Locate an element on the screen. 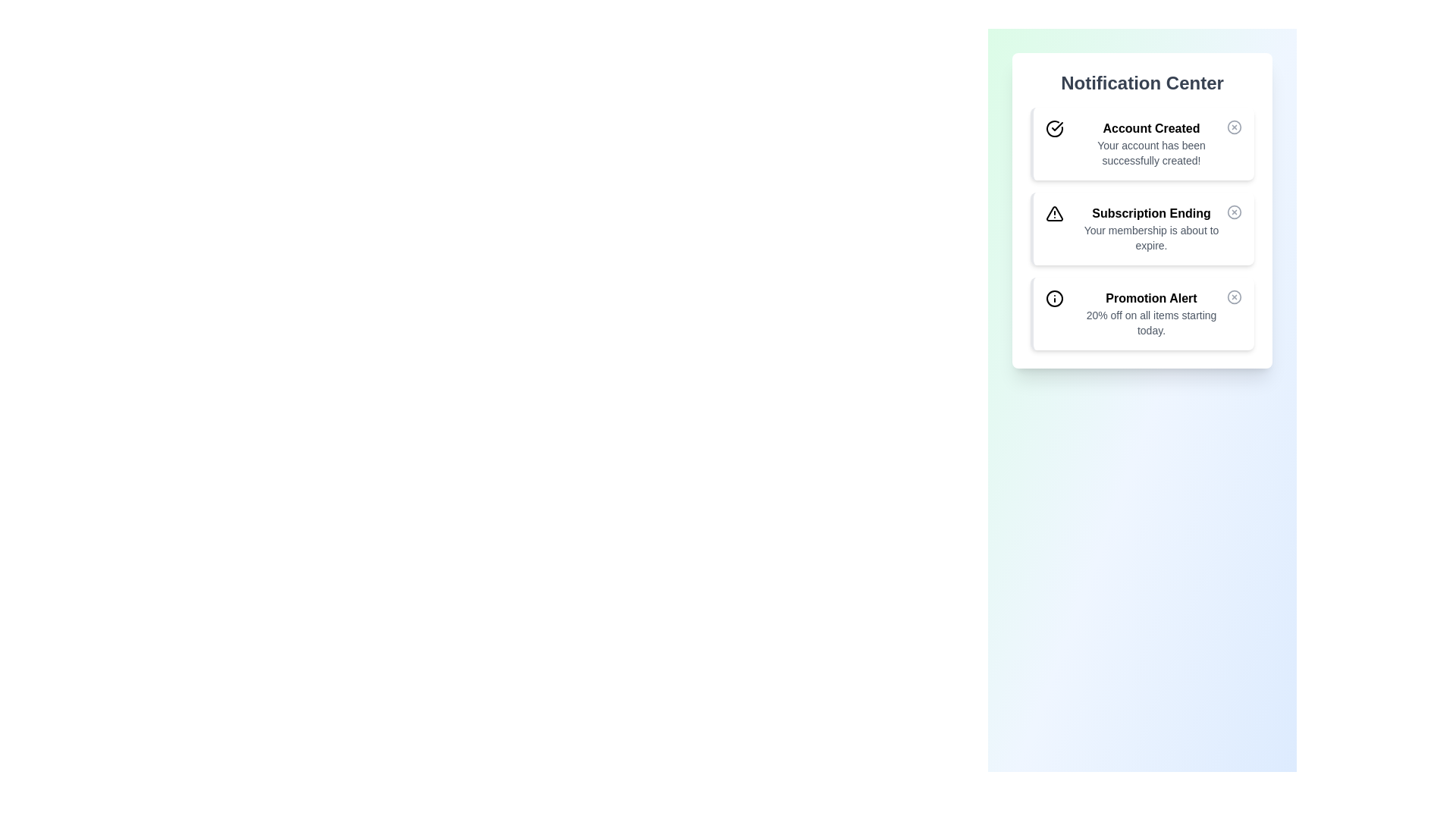 This screenshot has width=1456, height=819. the Textual Announcement Display that informs users of a 20% discount on all items, located in the third card of the Notification Center widget is located at coordinates (1151, 312).